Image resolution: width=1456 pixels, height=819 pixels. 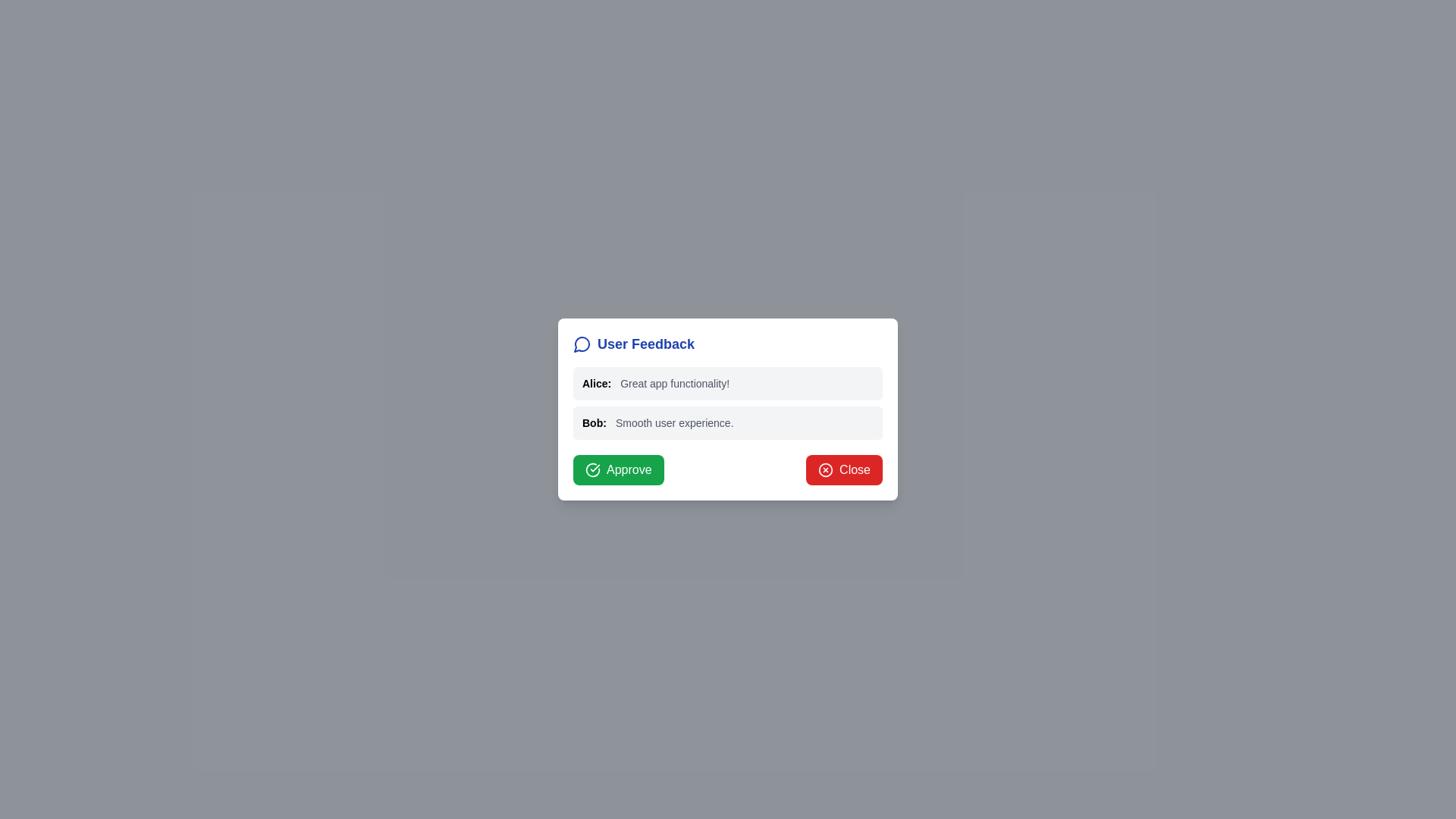 What do you see at coordinates (843, 469) in the screenshot?
I see `the 'Close' button to dismiss the dialog` at bounding box center [843, 469].